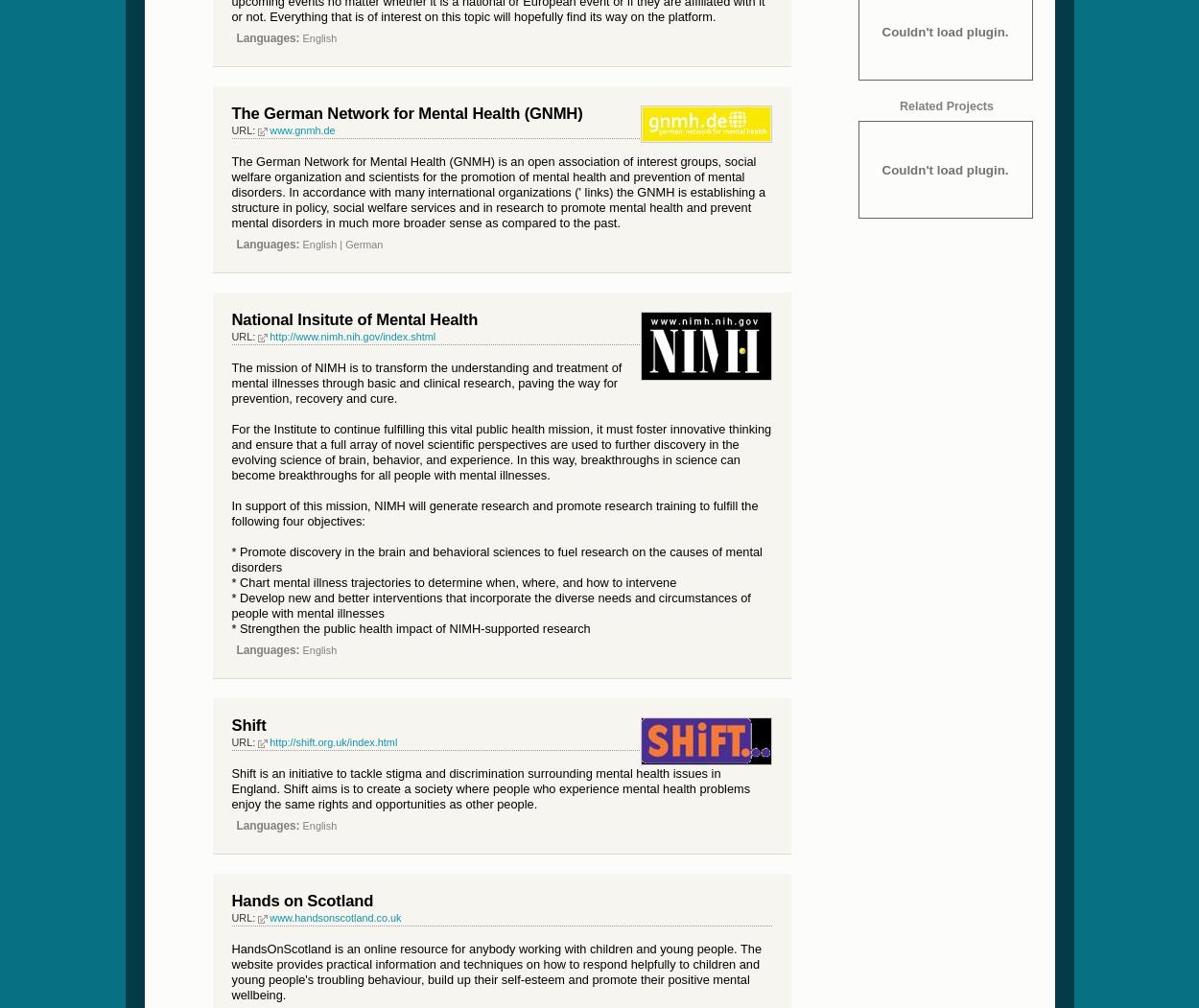  What do you see at coordinates (501, 450) in the screenshot?
I see `'For the Institute to continue fulfilling this vital public health mission, it must foster innovative thinking and ensure that a full array of novel scientific perspectives are used to further discovery in the evolving science of brain, behavior, and experience. In this way, breakthroughs in science can become breakthroughs for all people with mental illnesses.'` at bounding box center [501, 450].